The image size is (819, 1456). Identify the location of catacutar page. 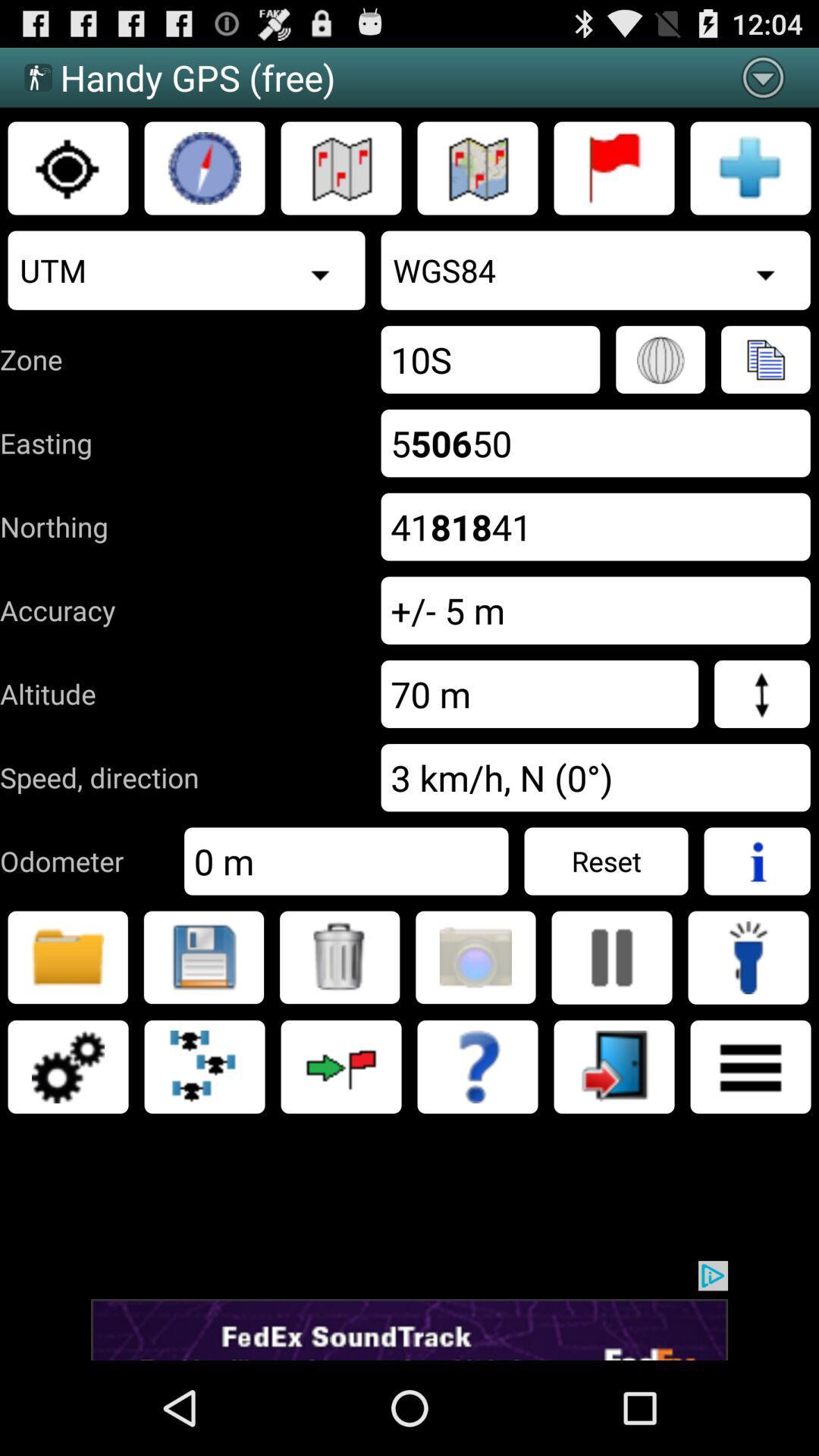
(751, 1065).